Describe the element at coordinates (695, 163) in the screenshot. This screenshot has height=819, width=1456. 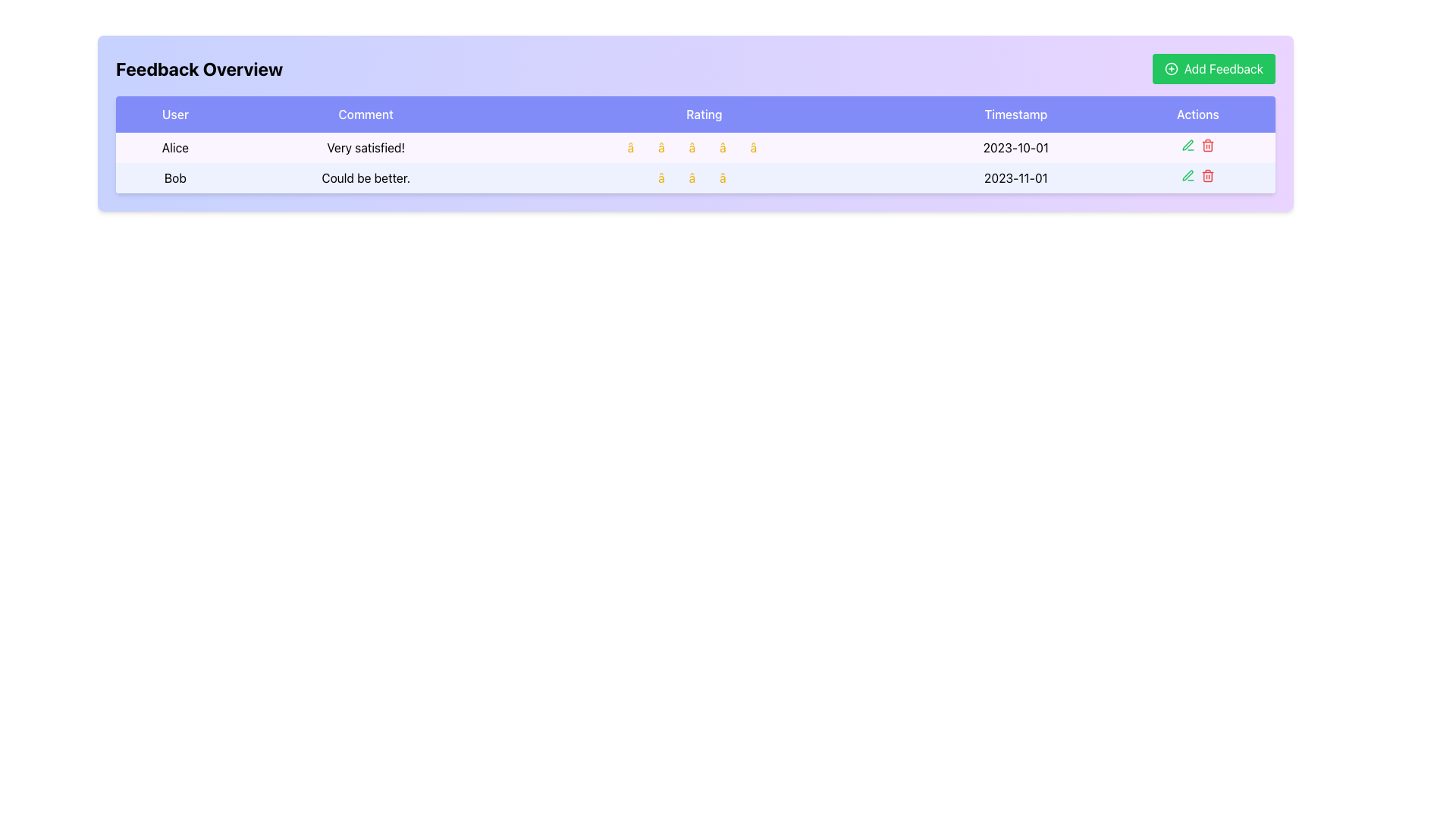
I see `the action icons in the second row of the feedback table` at that location.